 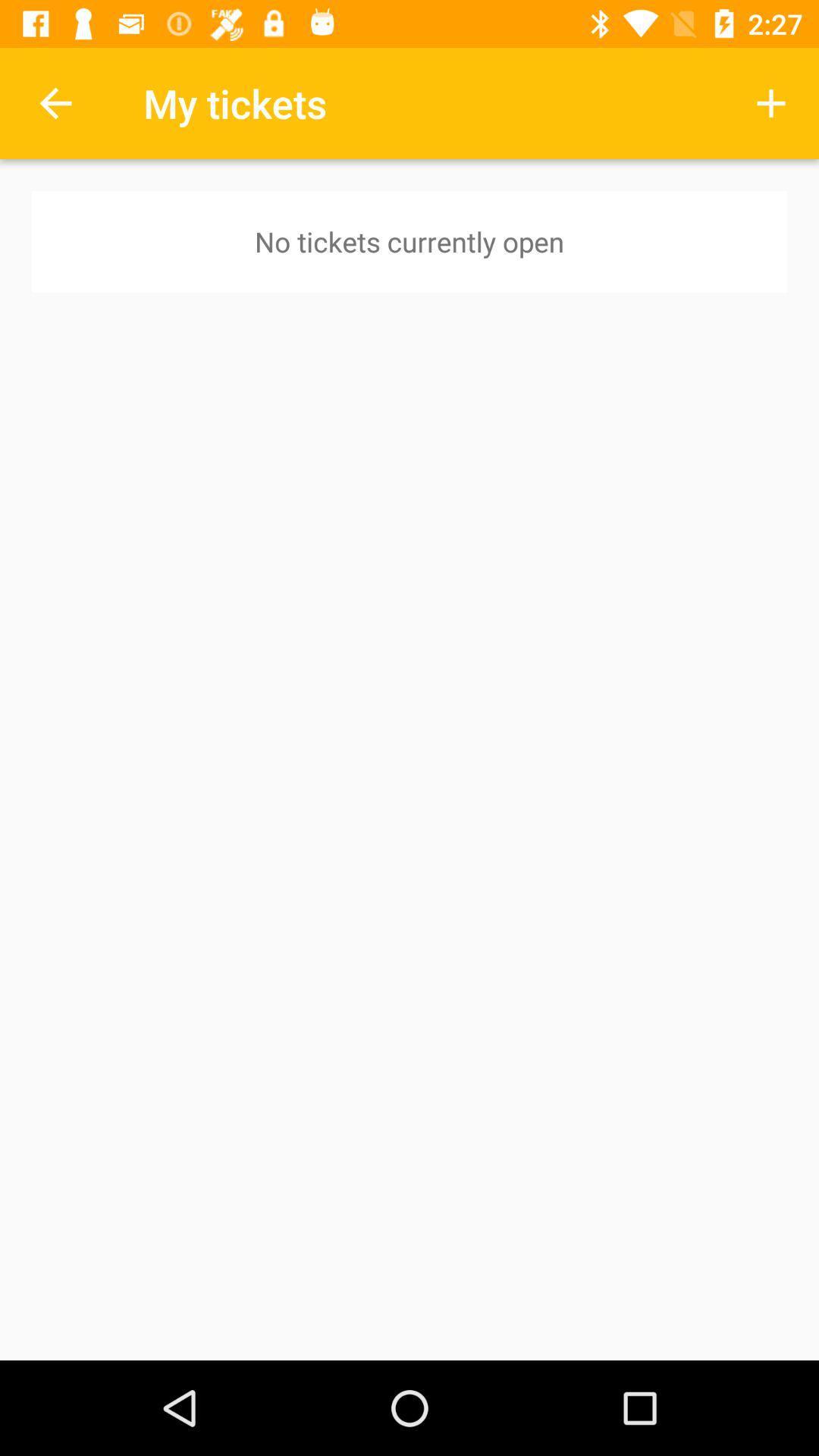 I want to click on item next to my tickets, so click(x=55, y=102).